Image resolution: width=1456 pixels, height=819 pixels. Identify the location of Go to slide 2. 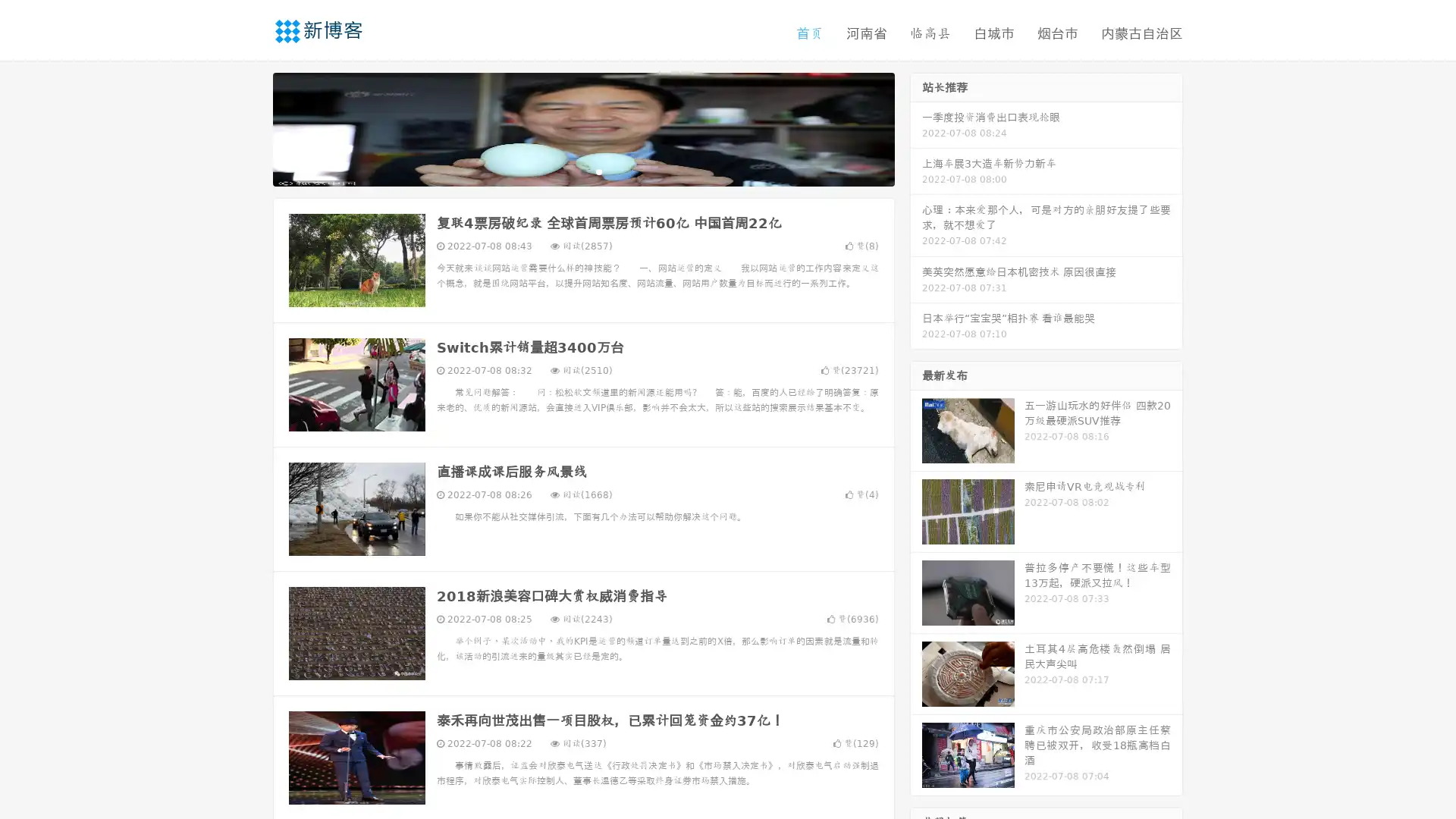
(582, 171).